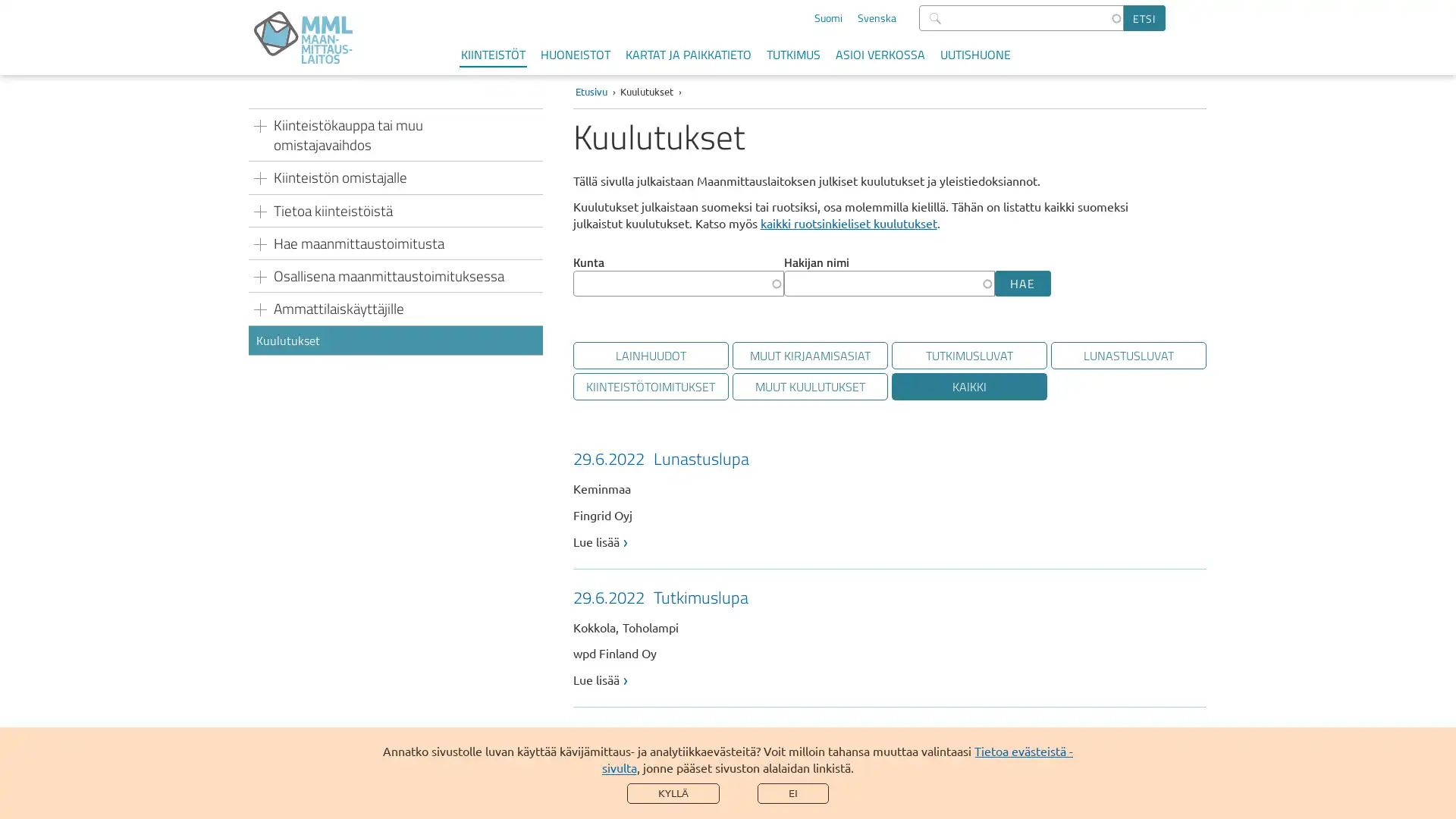  Describe the element at coordinates (650, 385) in the screenshot. I see `KIINTEISTOTOIMITUKSET` at that location.